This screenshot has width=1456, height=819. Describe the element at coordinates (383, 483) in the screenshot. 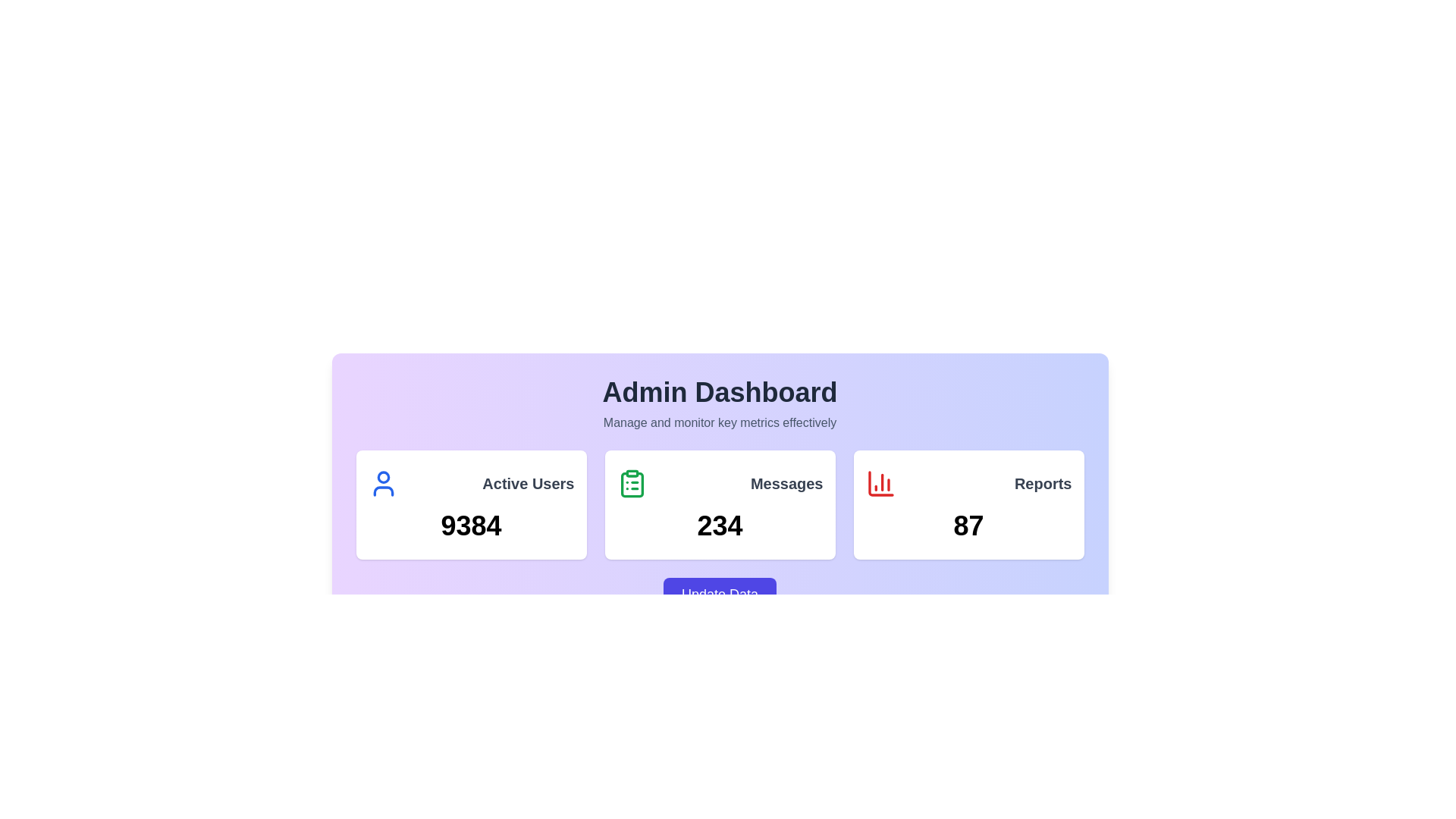

I see `the user profile icon, which is a blue circular head and simplified body located at the top-left part of the 'Active Users' card, above the numerical statistic` at that location.